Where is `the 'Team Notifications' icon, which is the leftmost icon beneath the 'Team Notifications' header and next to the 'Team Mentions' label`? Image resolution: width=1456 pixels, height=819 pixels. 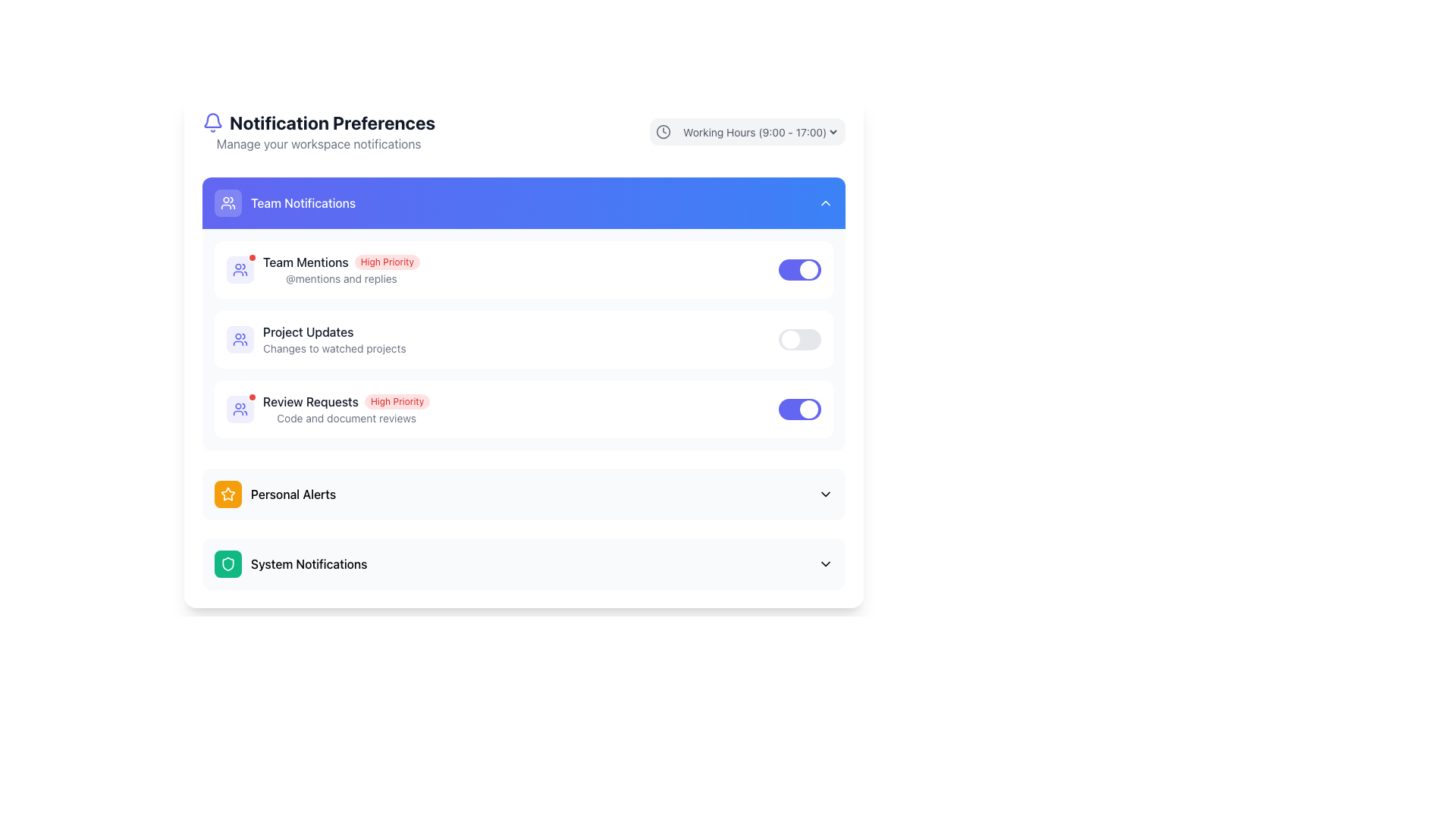 the 'Team Notifications' icon, which is the leftmost icon beneath the 'Team Notifications' header and next to the 'Team Mentions' label is located at coordinates (239, 268).